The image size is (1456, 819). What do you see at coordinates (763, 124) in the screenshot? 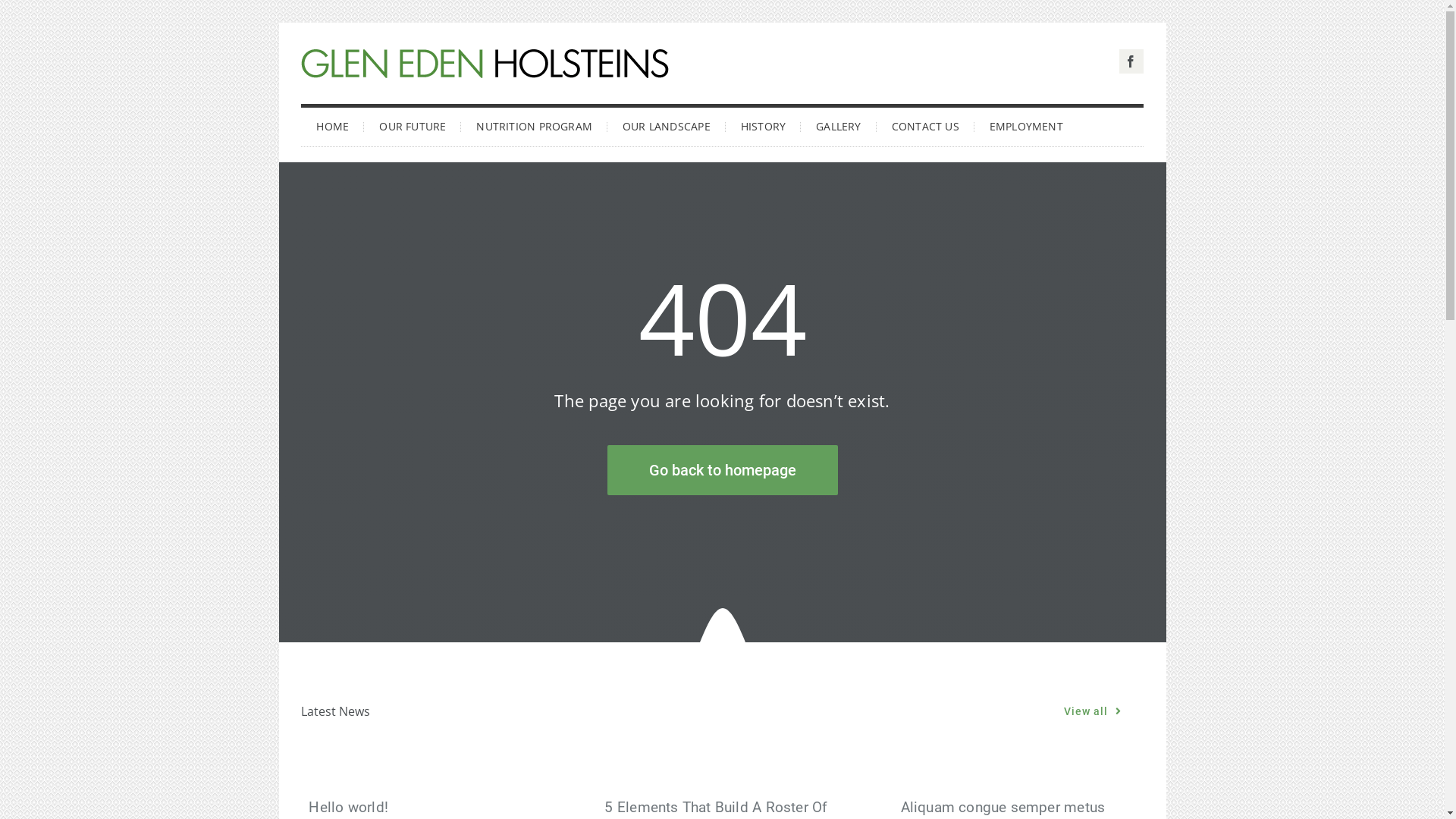
I see `'HISTORY'` at bounding box center [763, 124].